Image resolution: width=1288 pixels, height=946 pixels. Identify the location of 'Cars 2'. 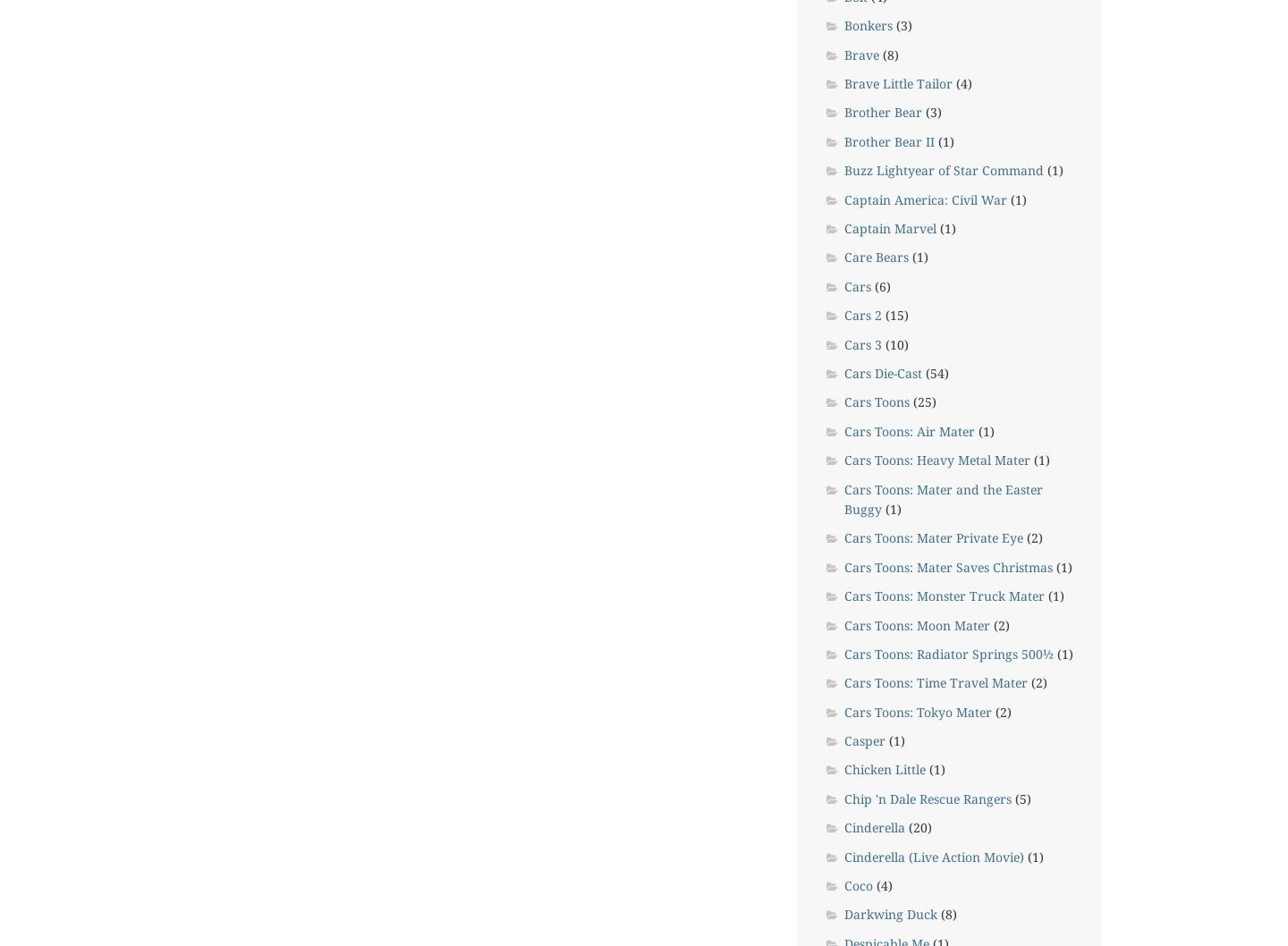
(843, 314).